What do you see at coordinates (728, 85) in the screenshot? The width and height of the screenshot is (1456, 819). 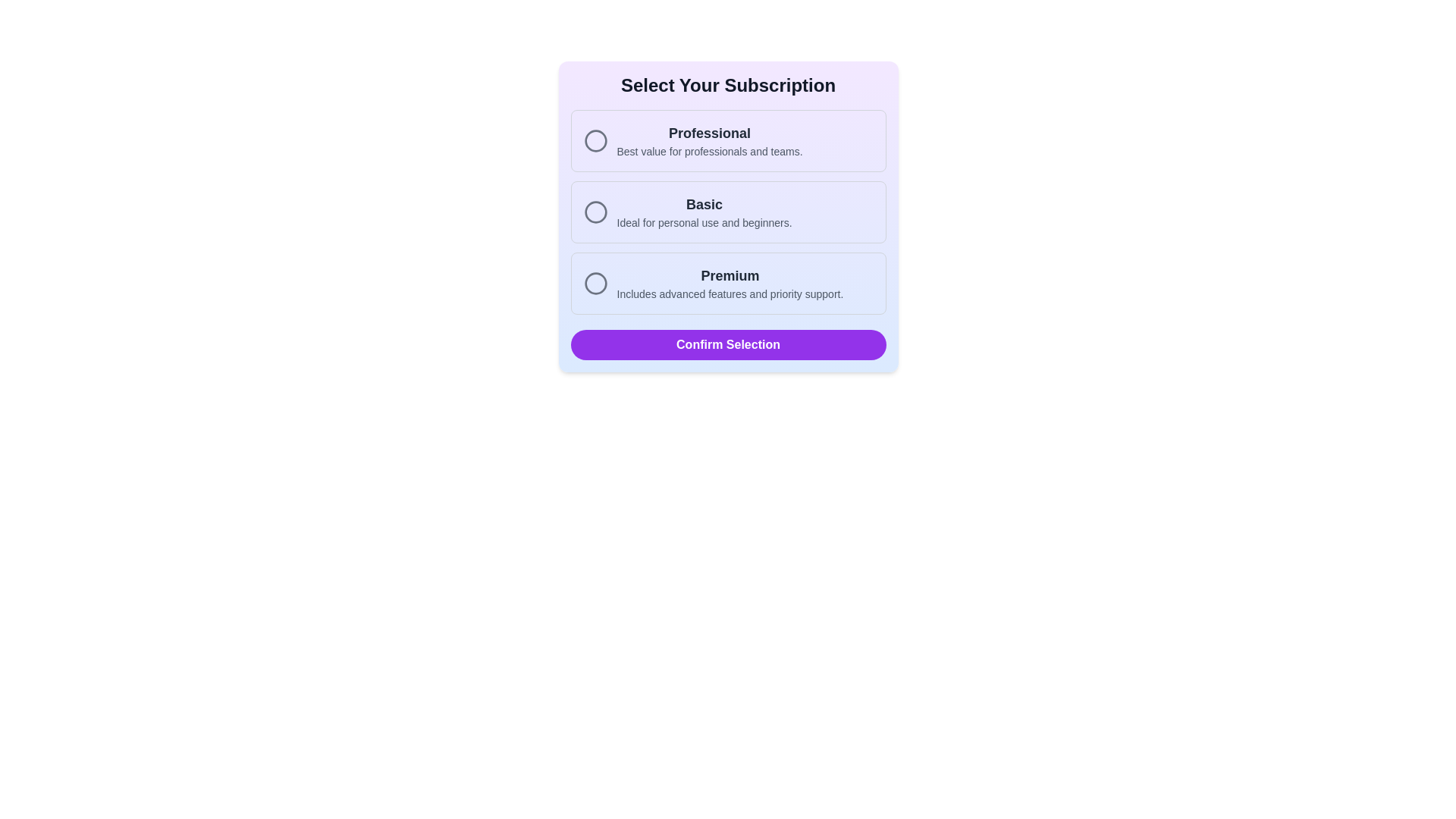 I see `the 'Select Your Subscription' text element displayed in bold and large font at the top of the subscription selection panel` at bounding box center [728, 85].